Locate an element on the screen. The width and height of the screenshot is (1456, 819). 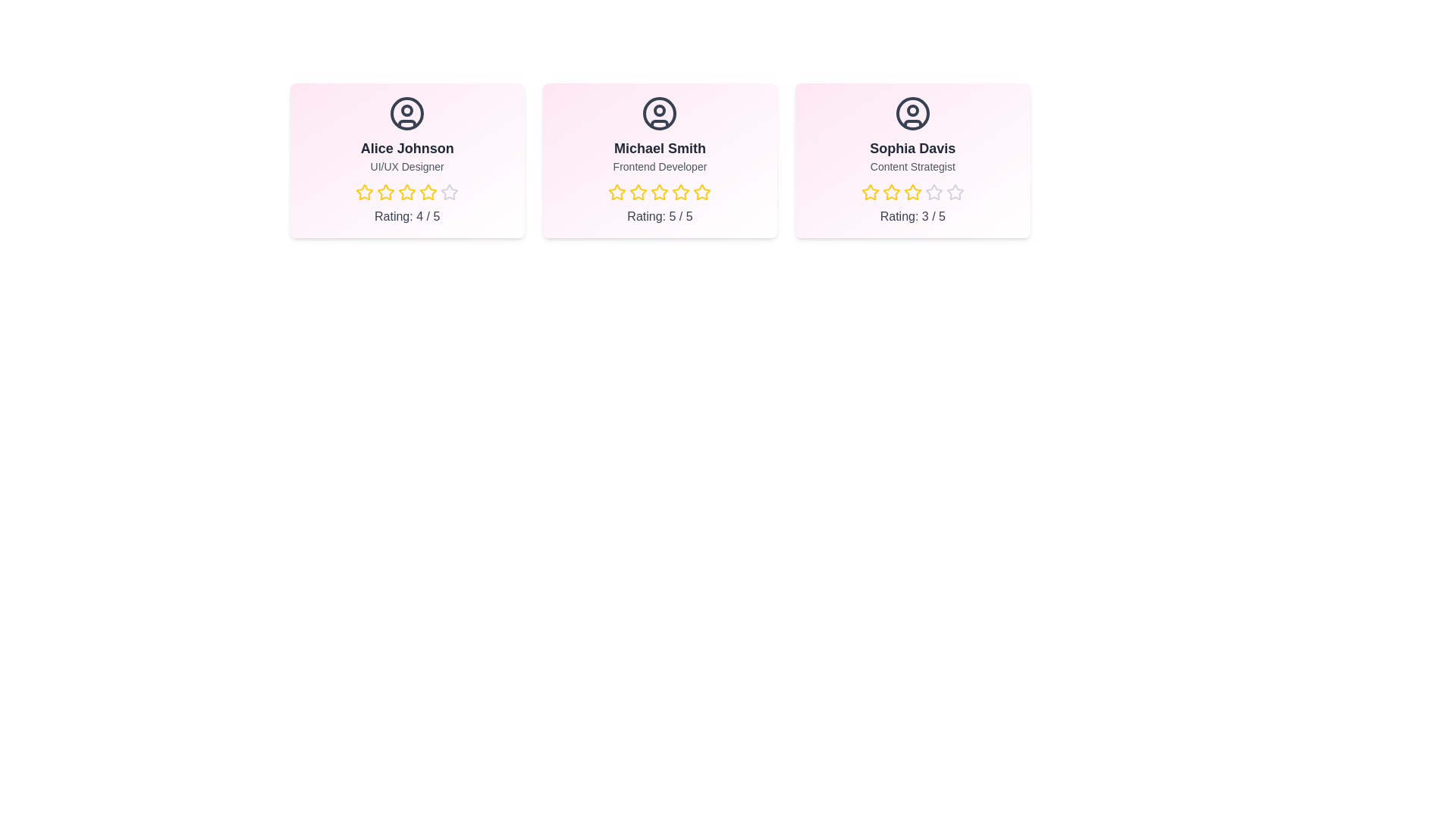
the star corresponding to 3 stars for the team member Michael Smith is located at coordinates (660, 192).